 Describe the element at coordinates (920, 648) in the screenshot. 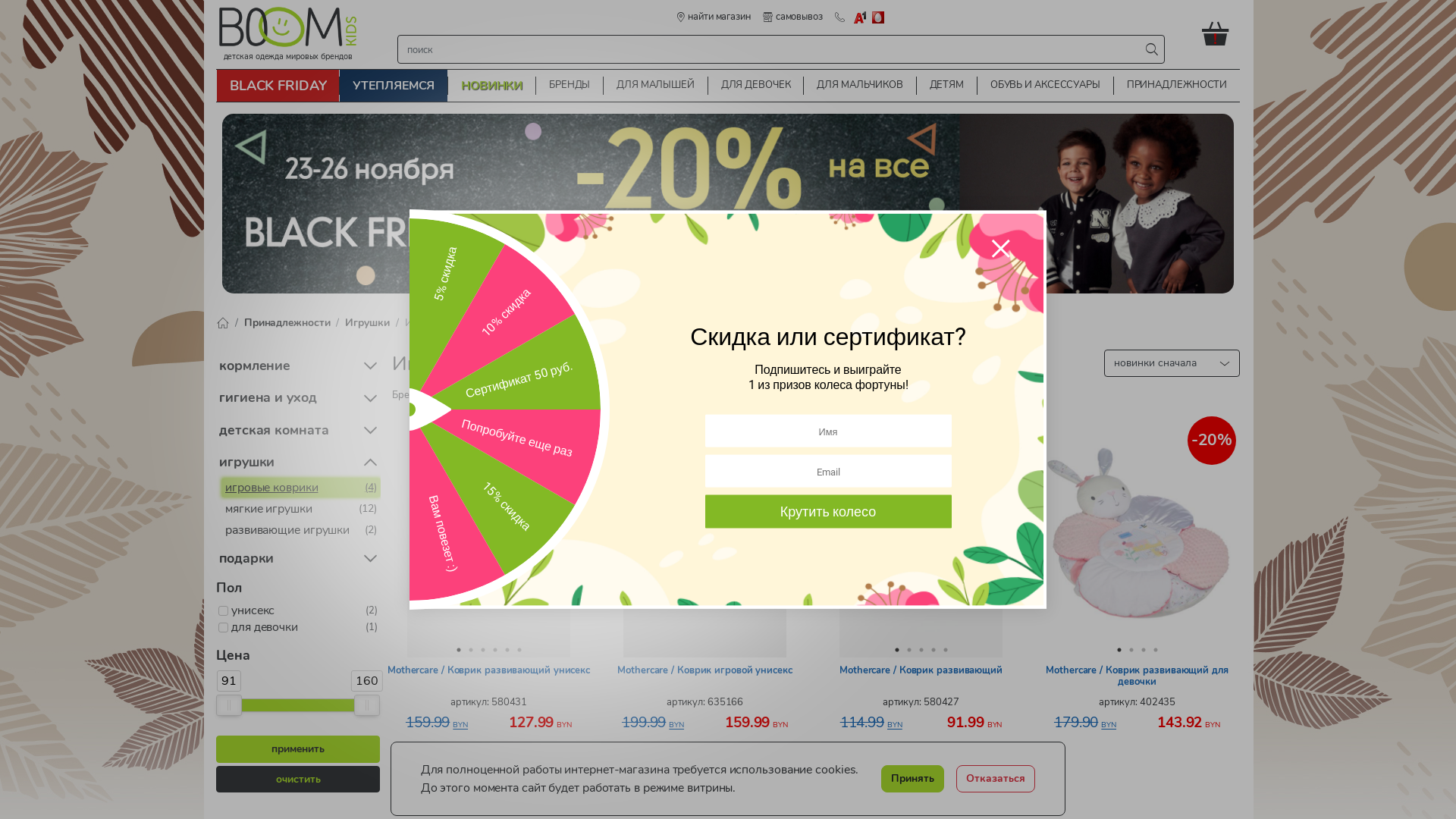

I see `'3'` at that location.